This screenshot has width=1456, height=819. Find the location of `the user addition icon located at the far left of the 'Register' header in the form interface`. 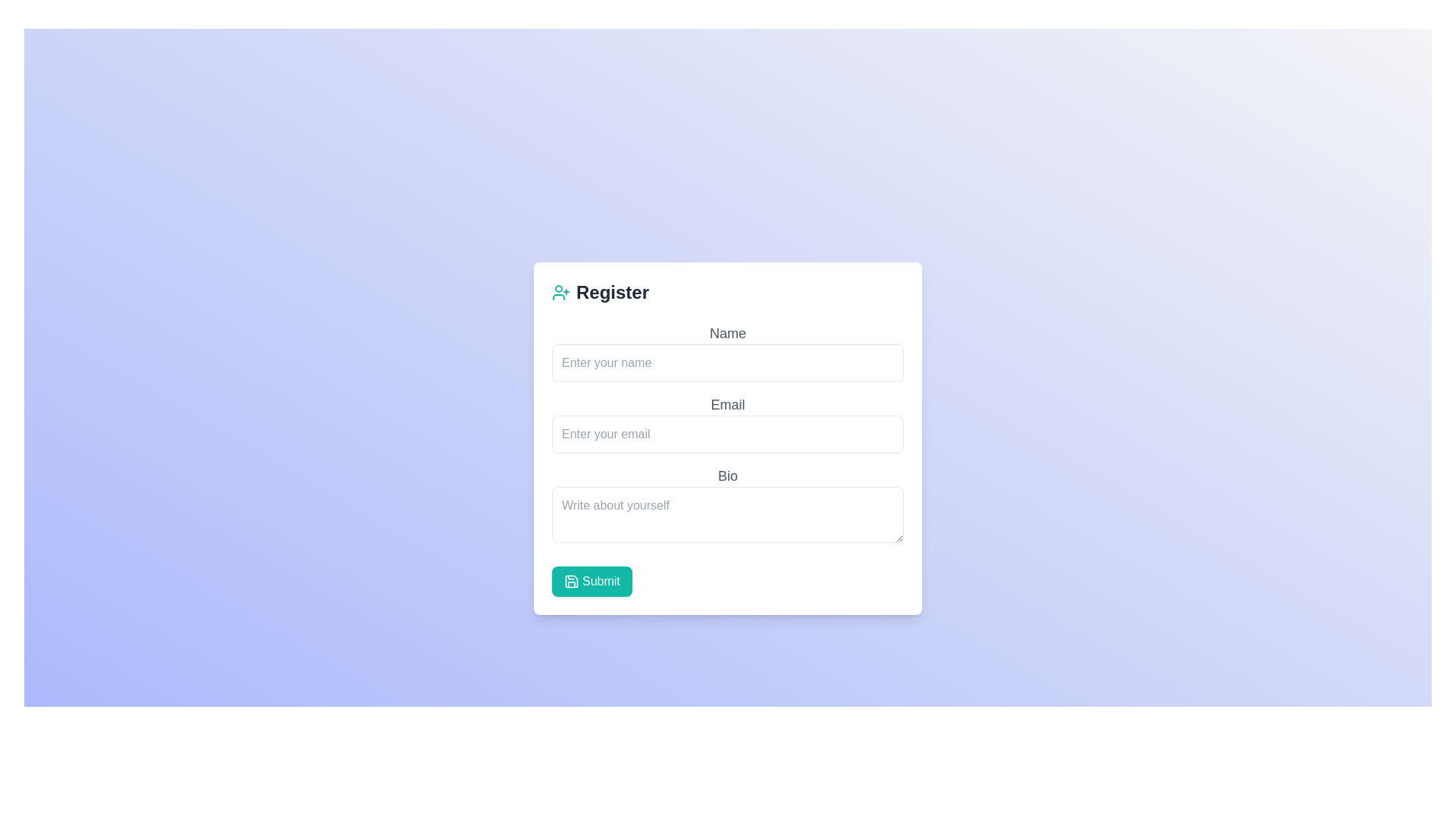

the user addition icon located at the far left of the 'Register' header in the form interface is located at coordinates (560, 292).